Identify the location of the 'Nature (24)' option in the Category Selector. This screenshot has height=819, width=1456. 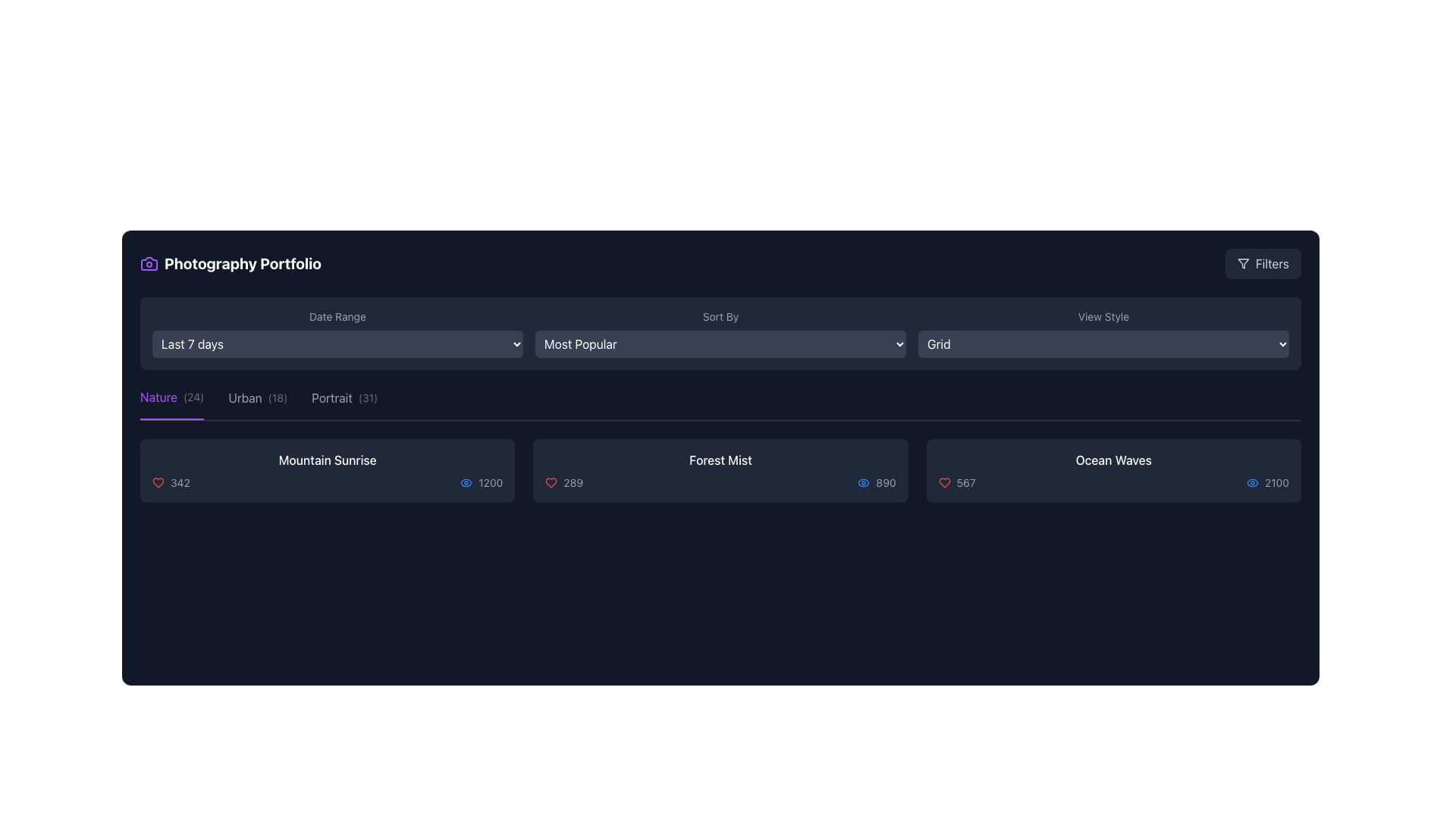
(720, 403).